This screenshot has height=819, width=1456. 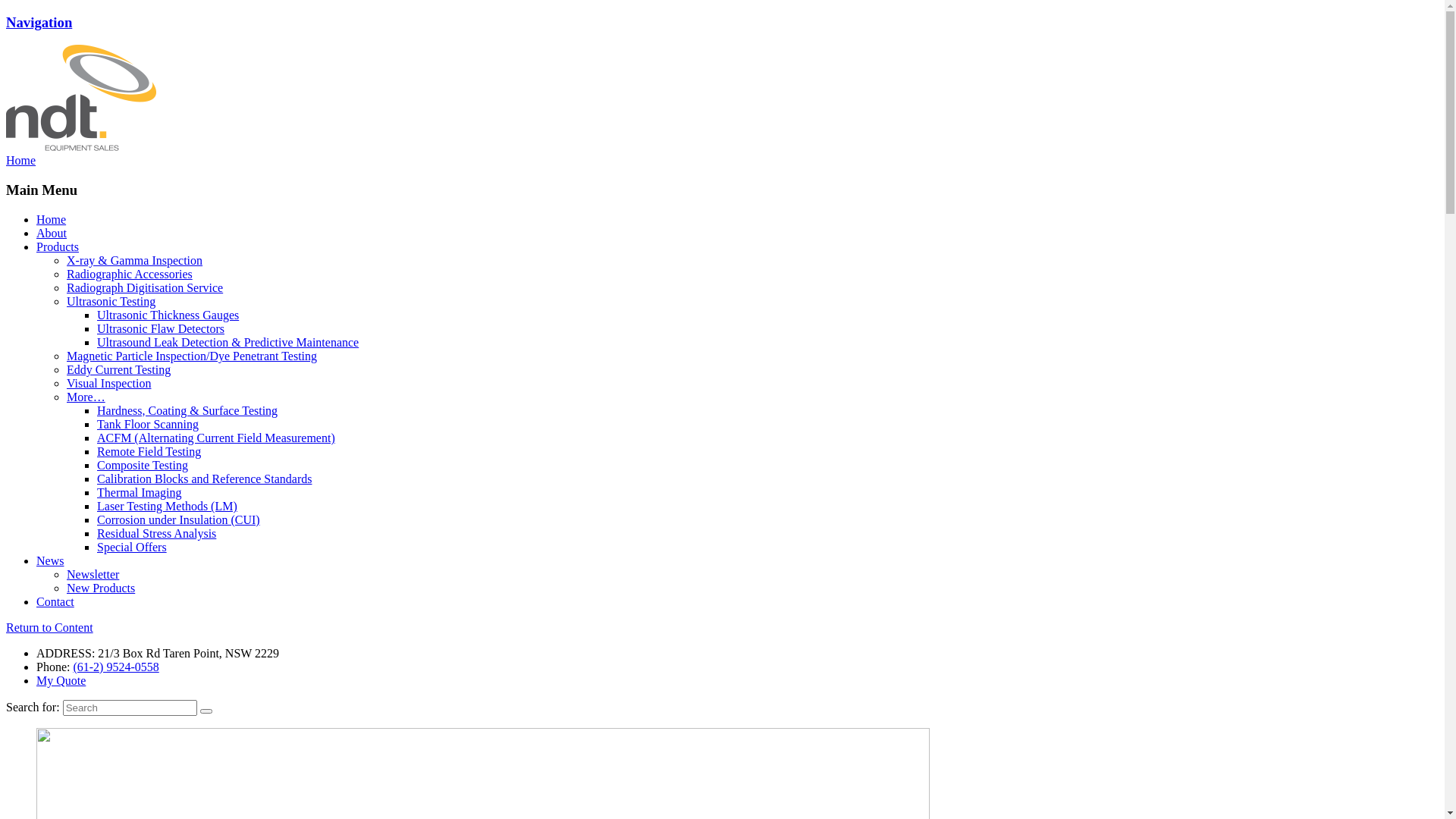 What do you see at coordinates (108, 382) in the screenshot?
I see `'Visual Inspection'` at bounding box center [108, 382].